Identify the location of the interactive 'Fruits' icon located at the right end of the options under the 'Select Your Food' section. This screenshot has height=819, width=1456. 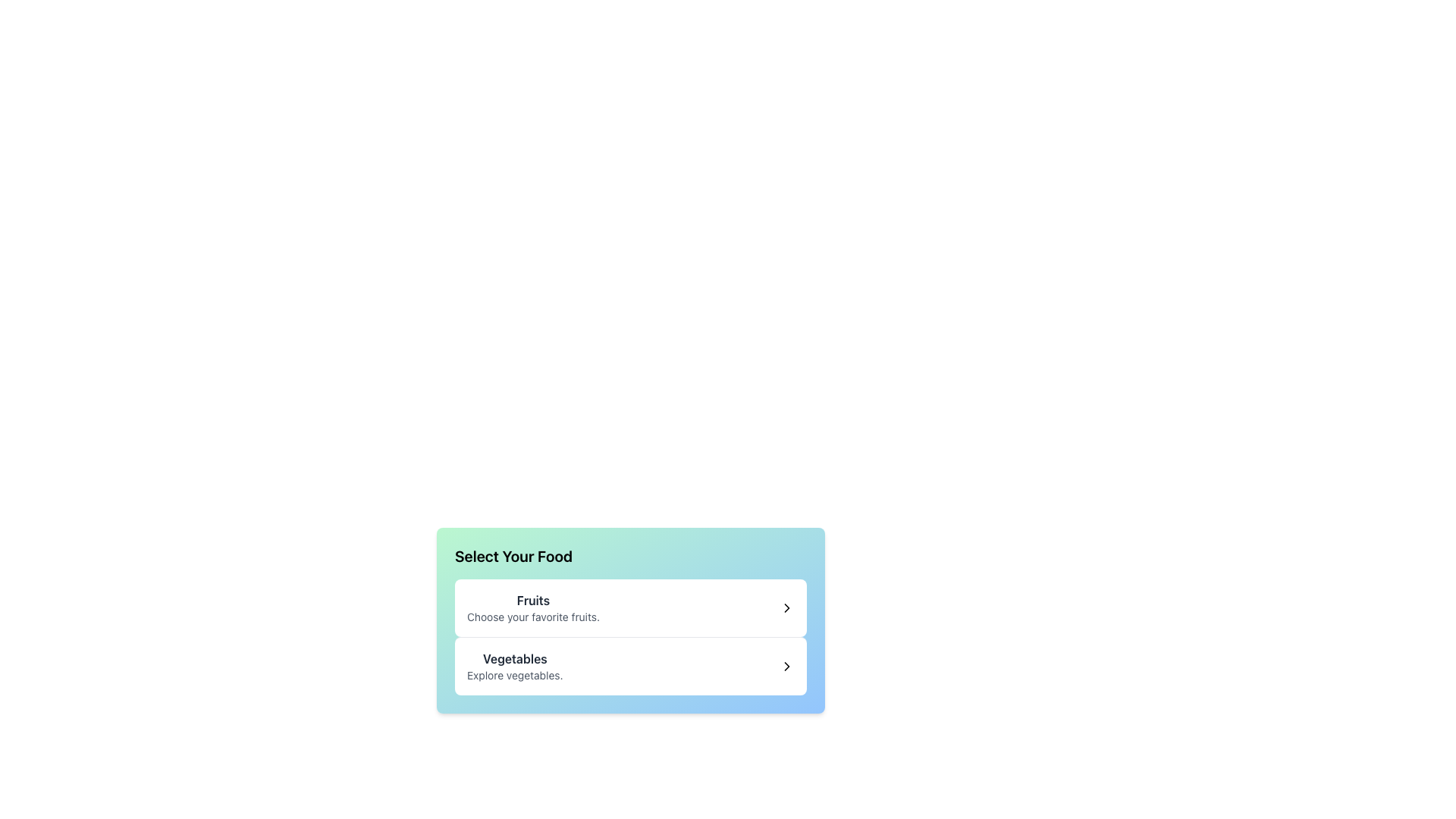
(786, 607).